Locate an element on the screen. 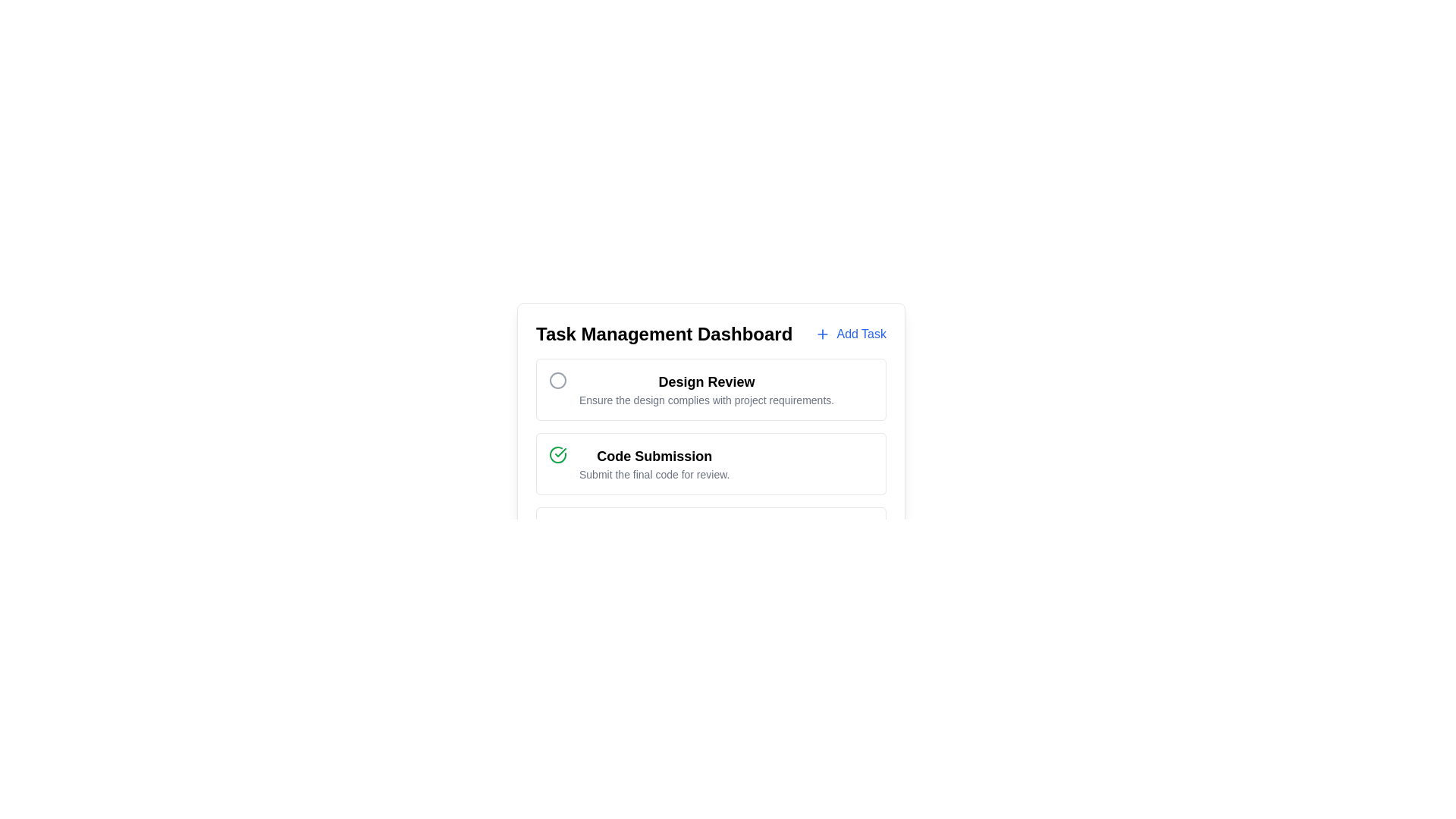 The width and height of the screenshot is (1456, 819). the circular status indicator next to the title 'Design Review' to interact with or modify the task's status is located at coordinates (557, 379).